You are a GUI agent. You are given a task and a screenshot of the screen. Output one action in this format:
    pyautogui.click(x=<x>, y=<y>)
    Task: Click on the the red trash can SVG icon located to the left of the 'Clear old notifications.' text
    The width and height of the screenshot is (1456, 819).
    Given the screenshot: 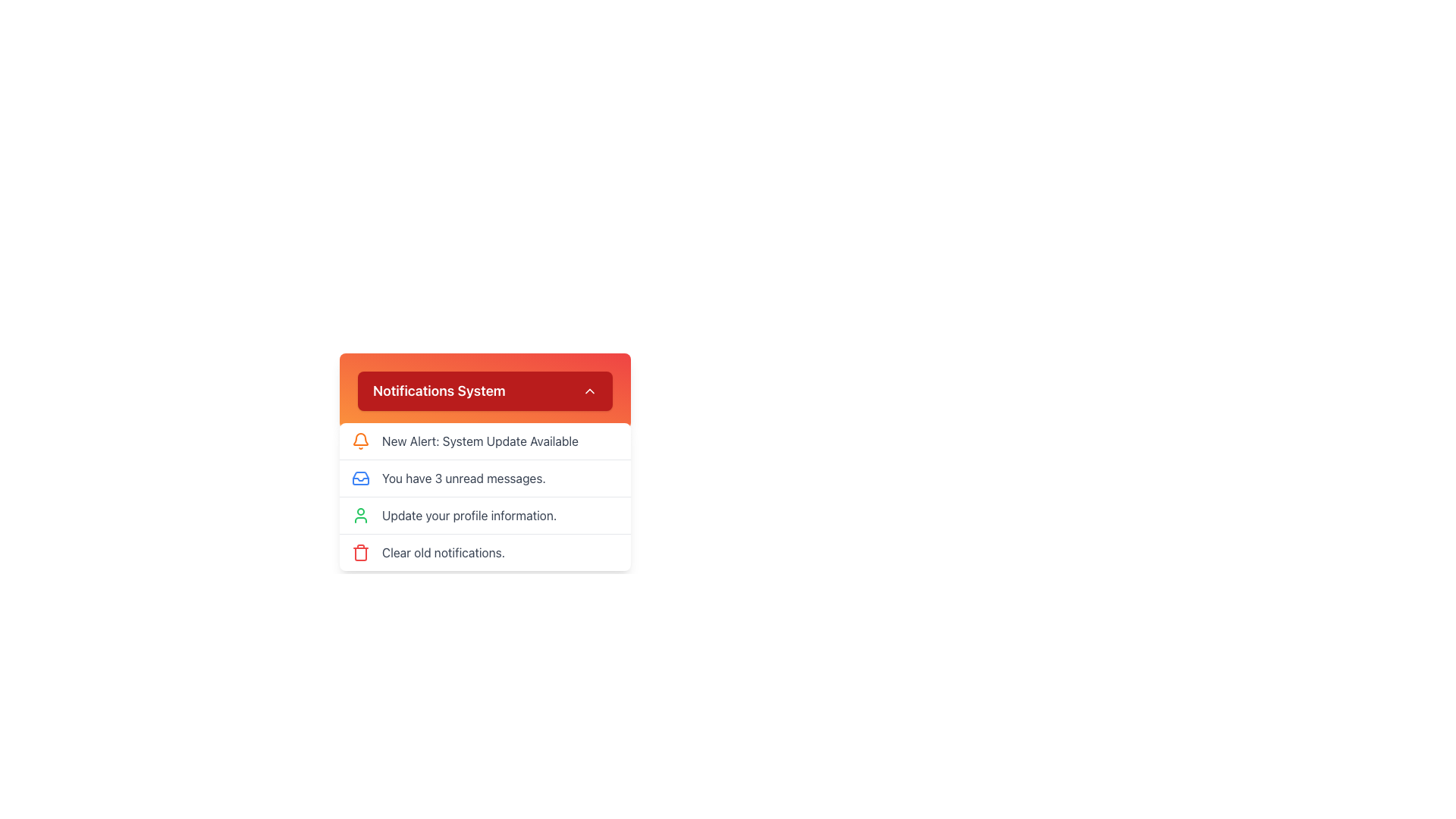 What is the action you would take?
    pyautogui.click(x=359, y=553)
    